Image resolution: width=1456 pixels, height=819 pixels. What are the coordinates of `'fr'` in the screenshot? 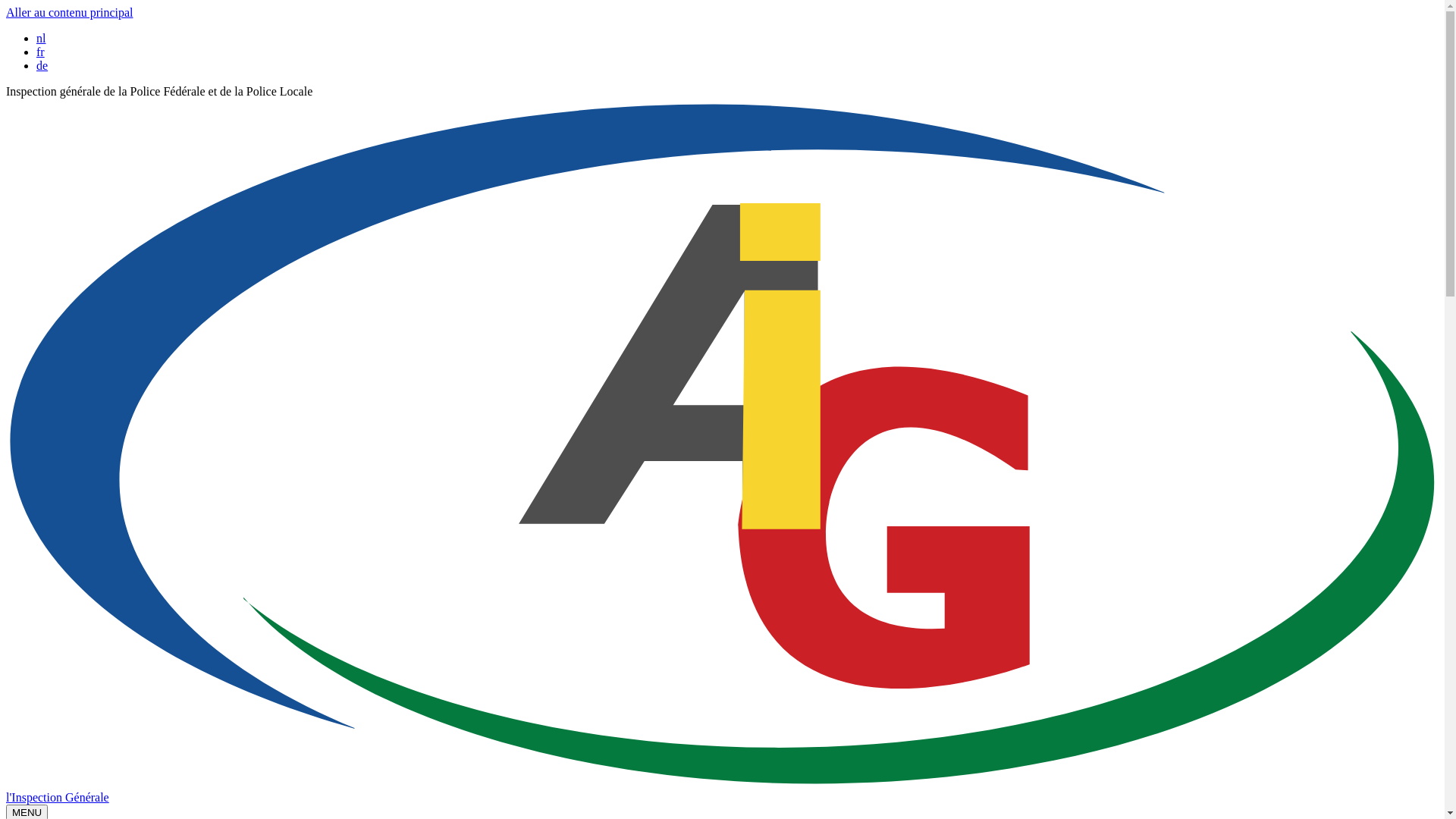 It's located at (40, 51).